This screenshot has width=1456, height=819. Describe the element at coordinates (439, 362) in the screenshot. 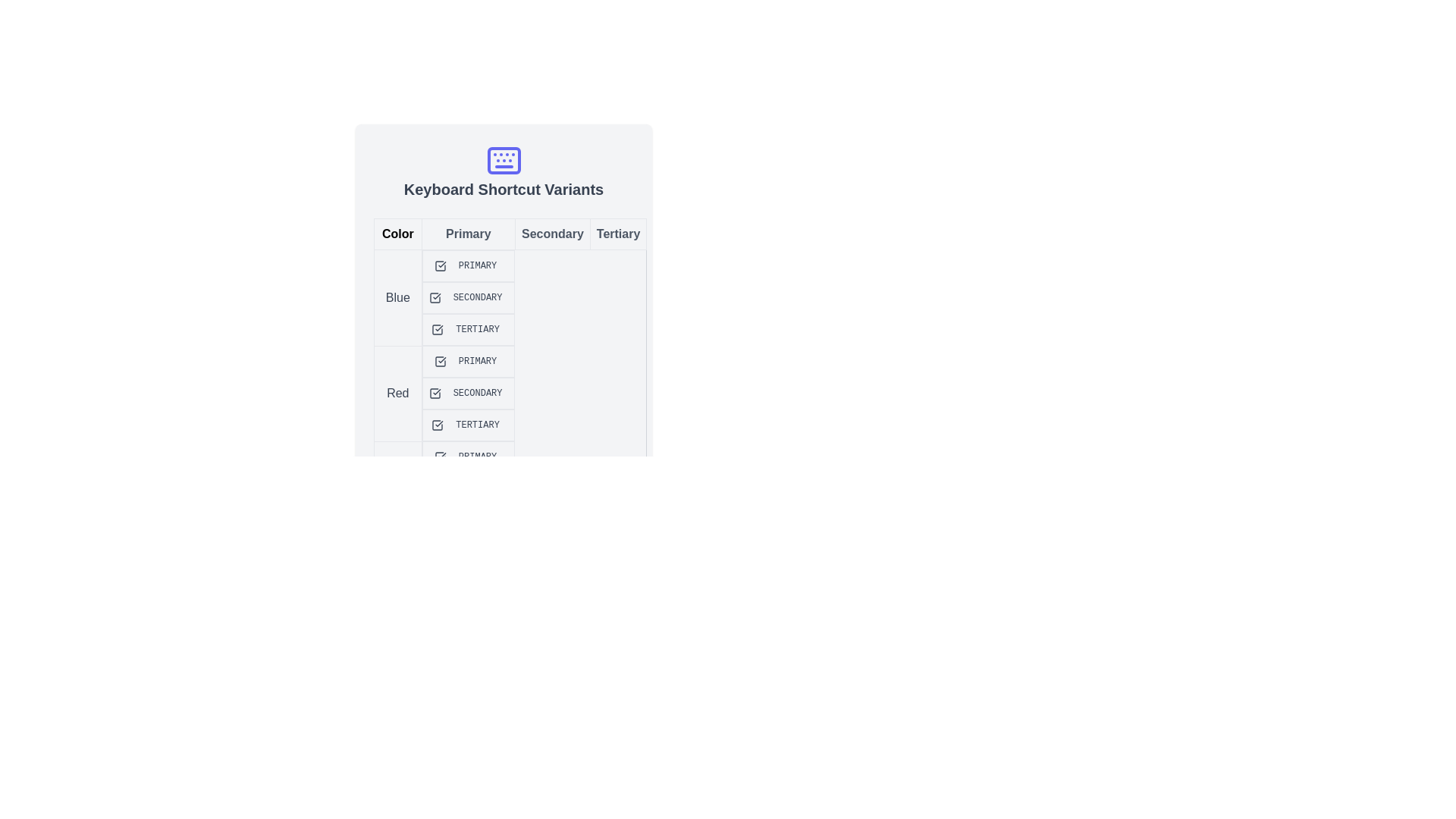

I see `the small red checkmark icon located in the second row of the table, adjacent to the text 'Primary', which indicates its active state` at that location.